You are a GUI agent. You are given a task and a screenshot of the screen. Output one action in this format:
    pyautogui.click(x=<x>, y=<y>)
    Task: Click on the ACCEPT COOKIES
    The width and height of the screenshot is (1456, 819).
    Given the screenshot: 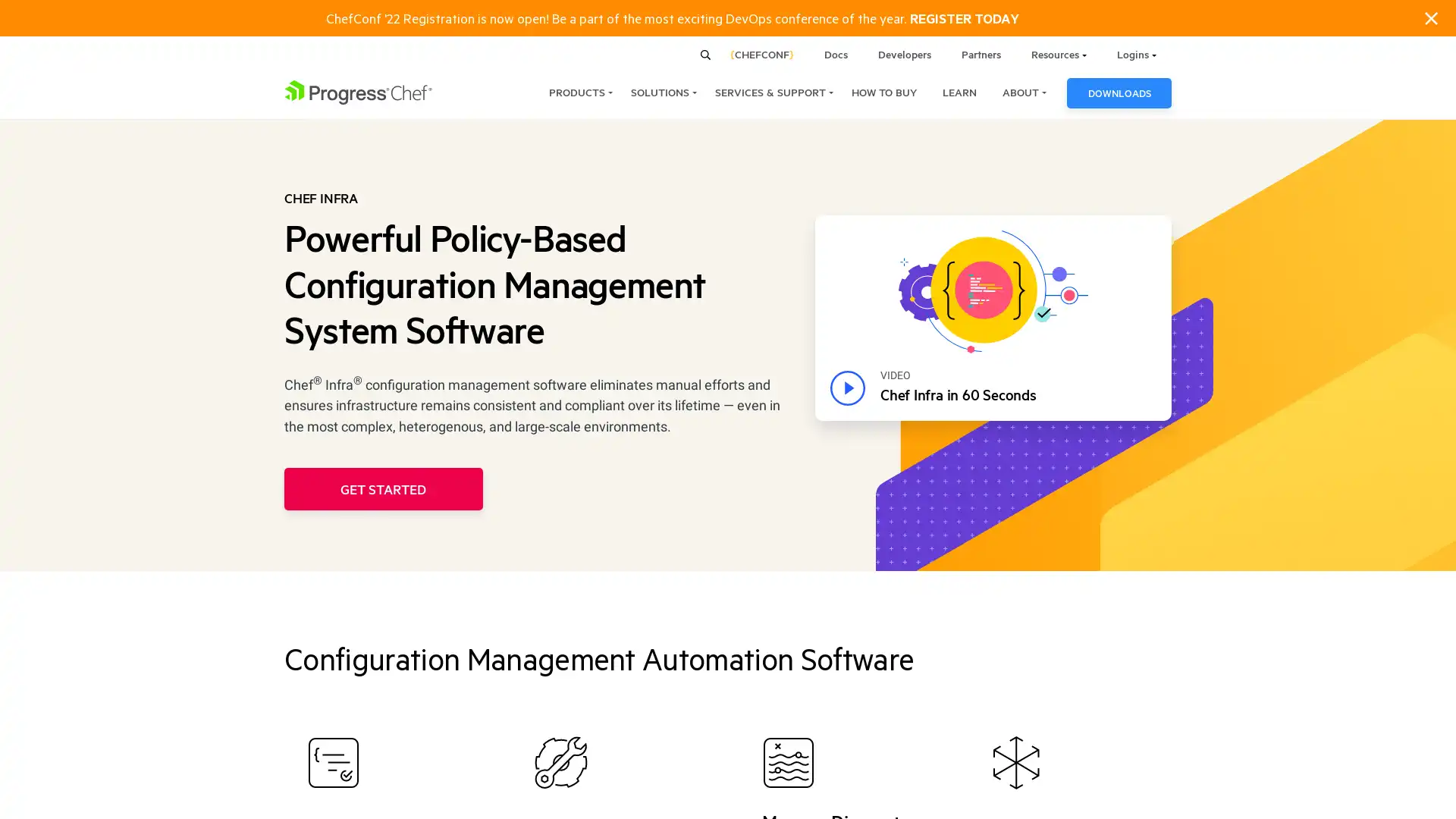 What is the action you would take?
    pyautogui.click(x=1232, y=789)
    